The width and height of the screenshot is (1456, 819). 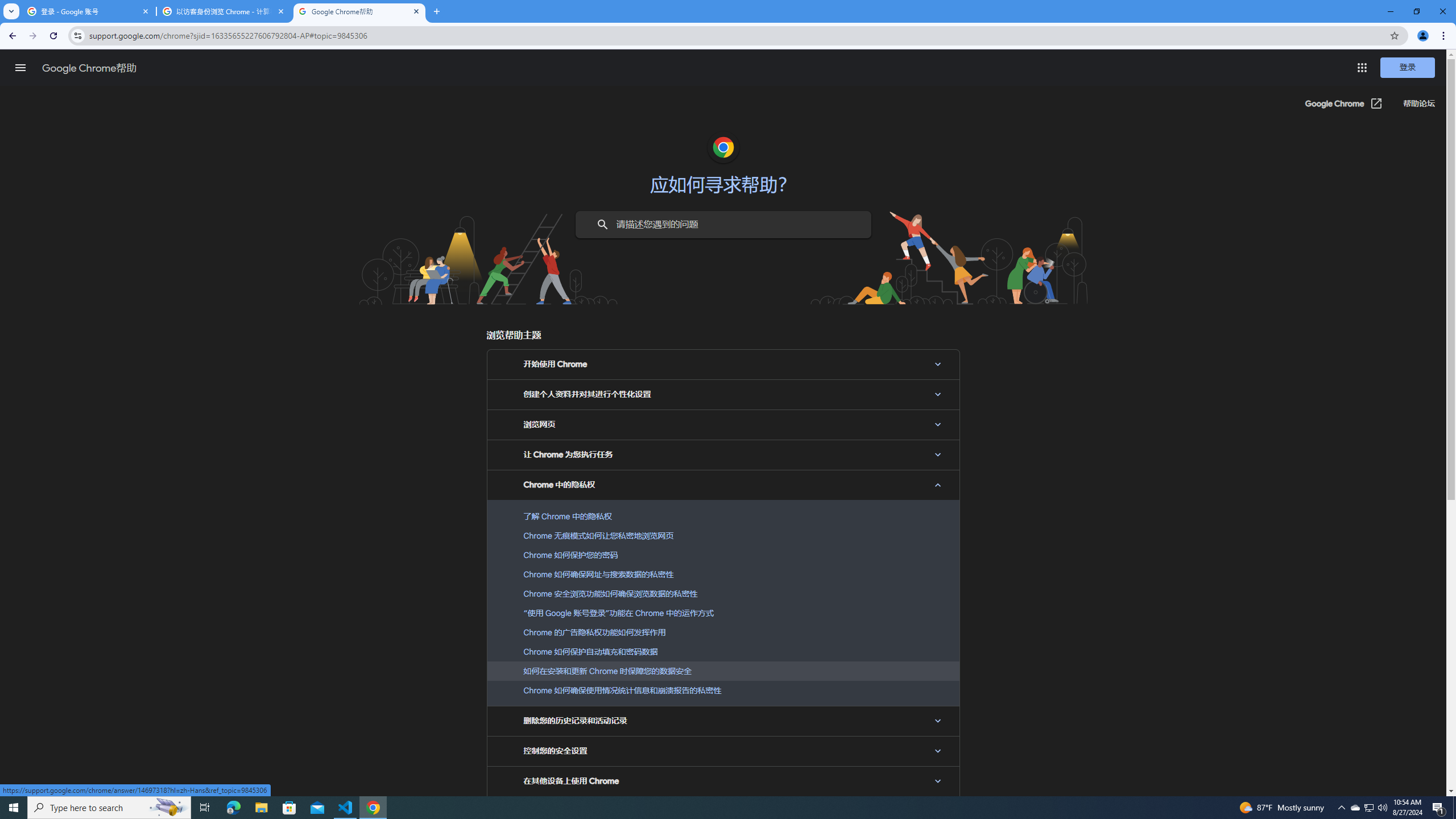 I want to click on 'Minimize', so click(x=1389, y=11).